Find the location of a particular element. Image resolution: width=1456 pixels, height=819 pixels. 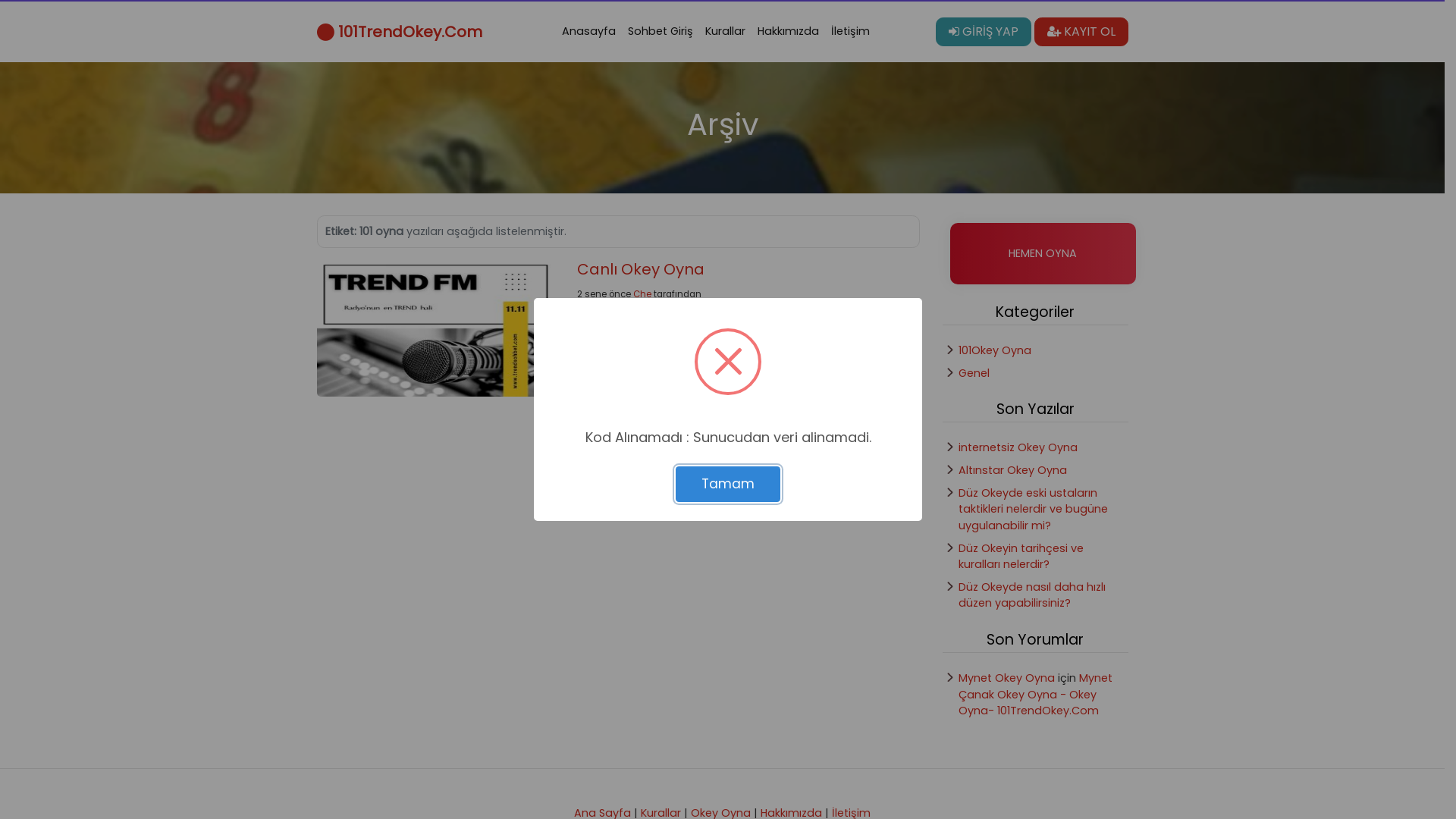

'101TrendOkey.Com' is located at coordinates (315, 32).